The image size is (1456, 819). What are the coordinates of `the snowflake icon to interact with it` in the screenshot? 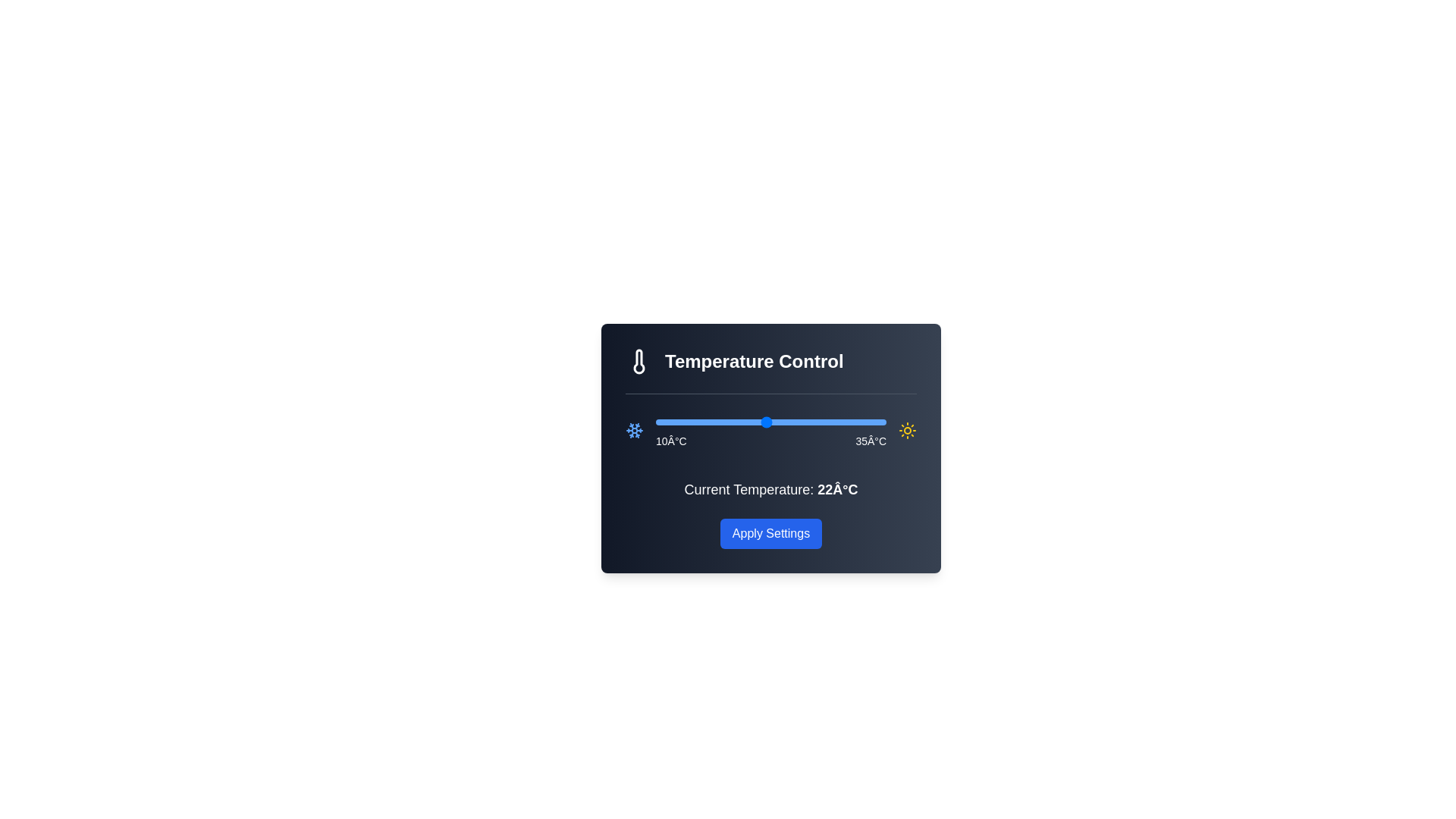 It's located at (634, 430).